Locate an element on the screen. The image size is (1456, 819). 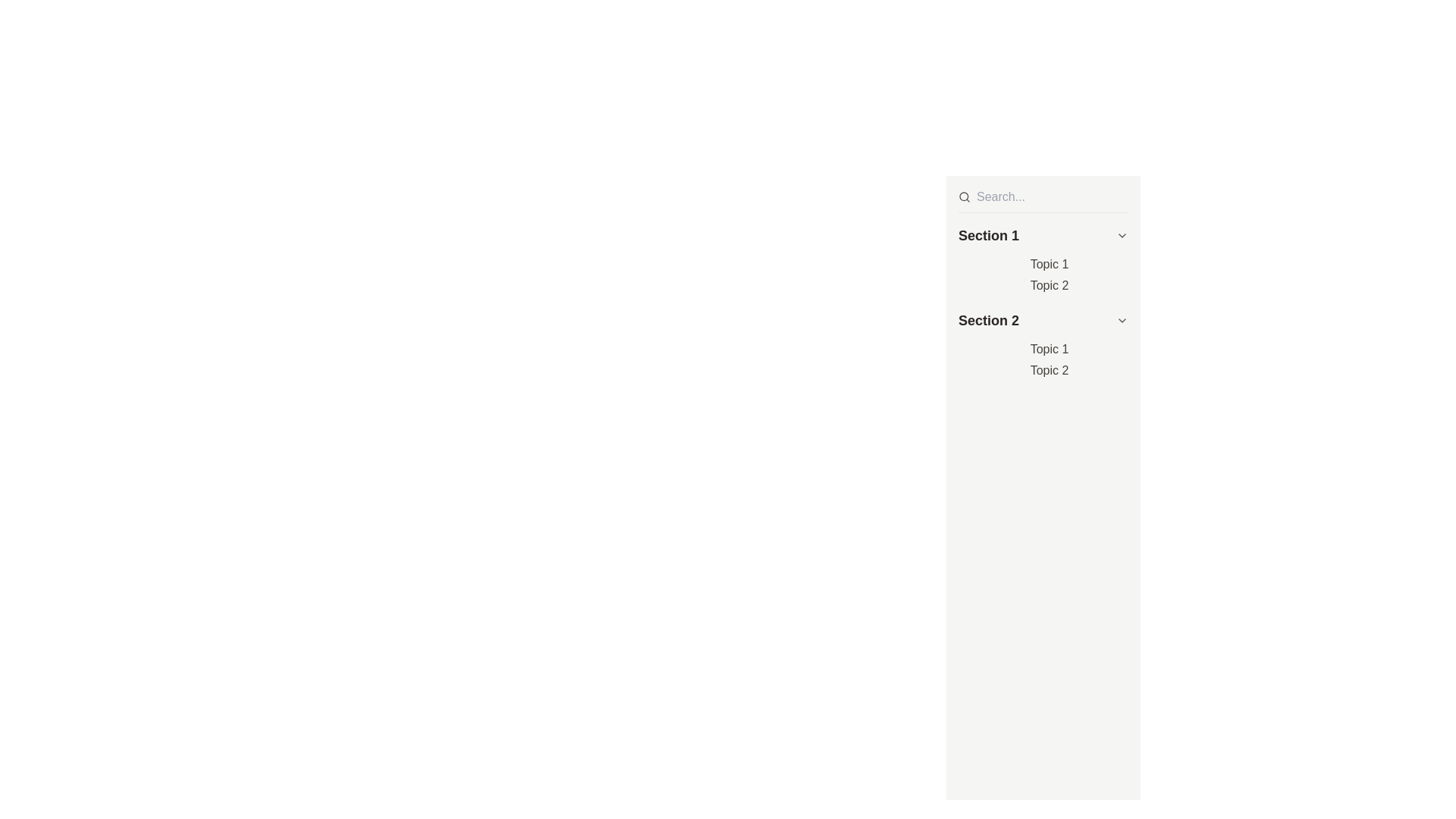
the list of text items containing 'Topic 1' and 'Topic 2' located in the second section labeled 'Section 2' for interaction hints is located at coordinates (1043, 359).